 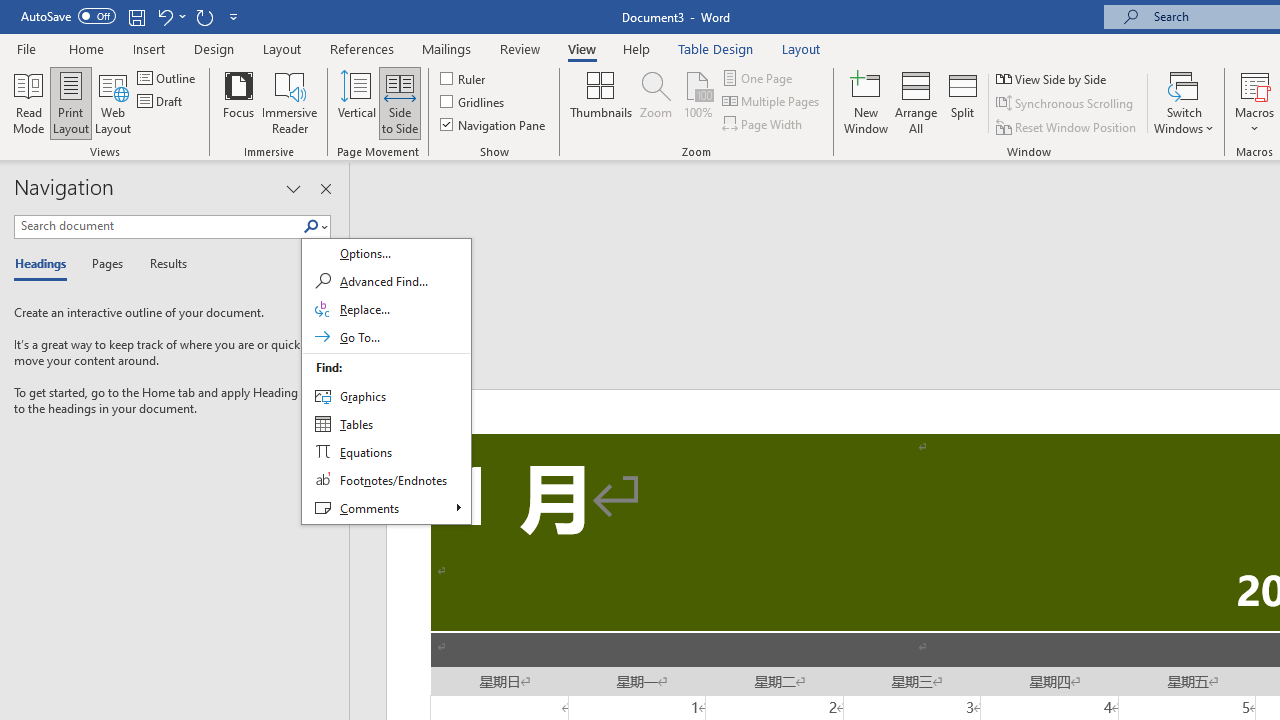 I want to click on 'Side to Side', so click(x=400, y=103).